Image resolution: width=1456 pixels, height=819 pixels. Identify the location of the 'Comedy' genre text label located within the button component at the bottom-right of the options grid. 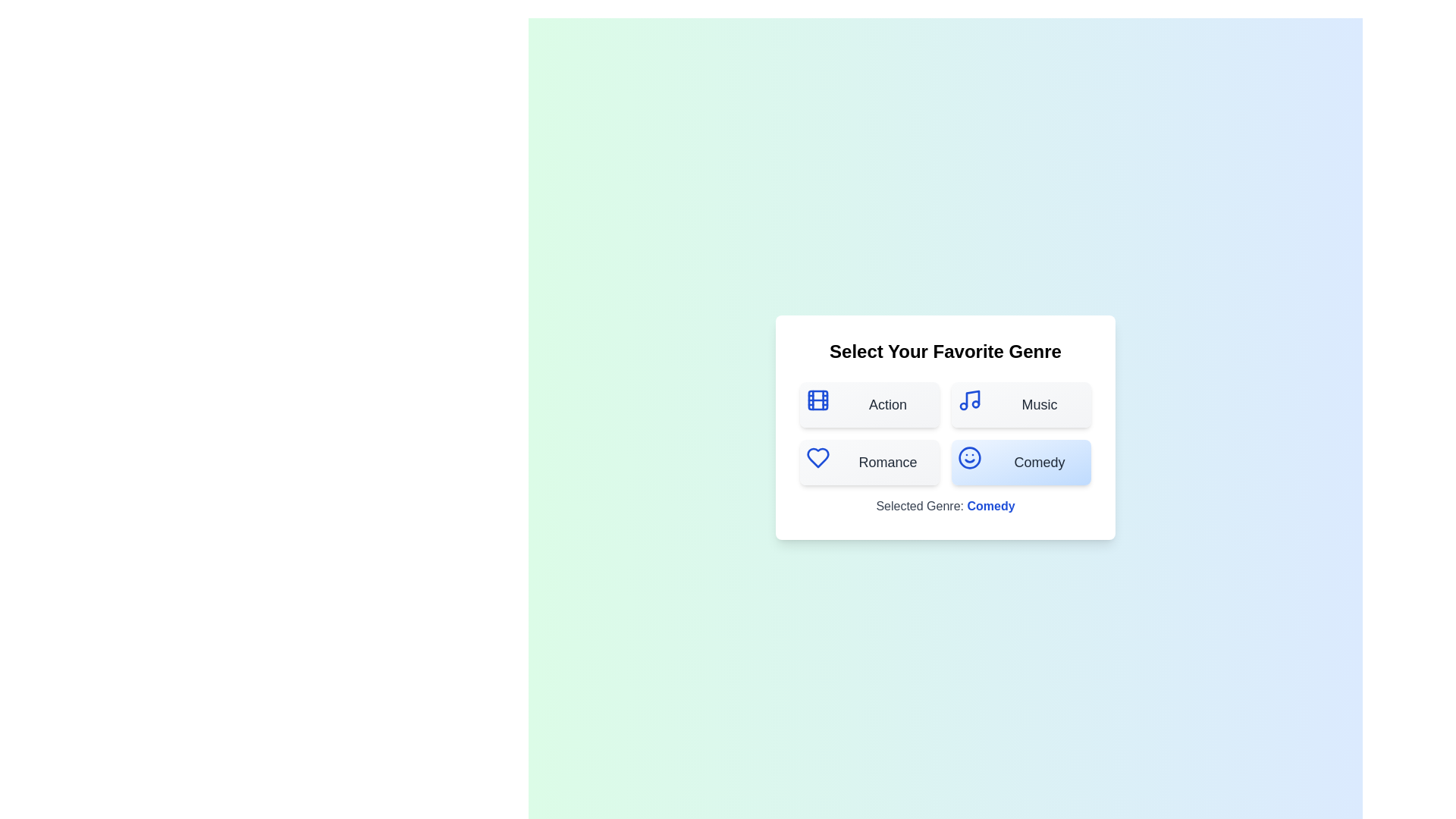
(1039, 461).